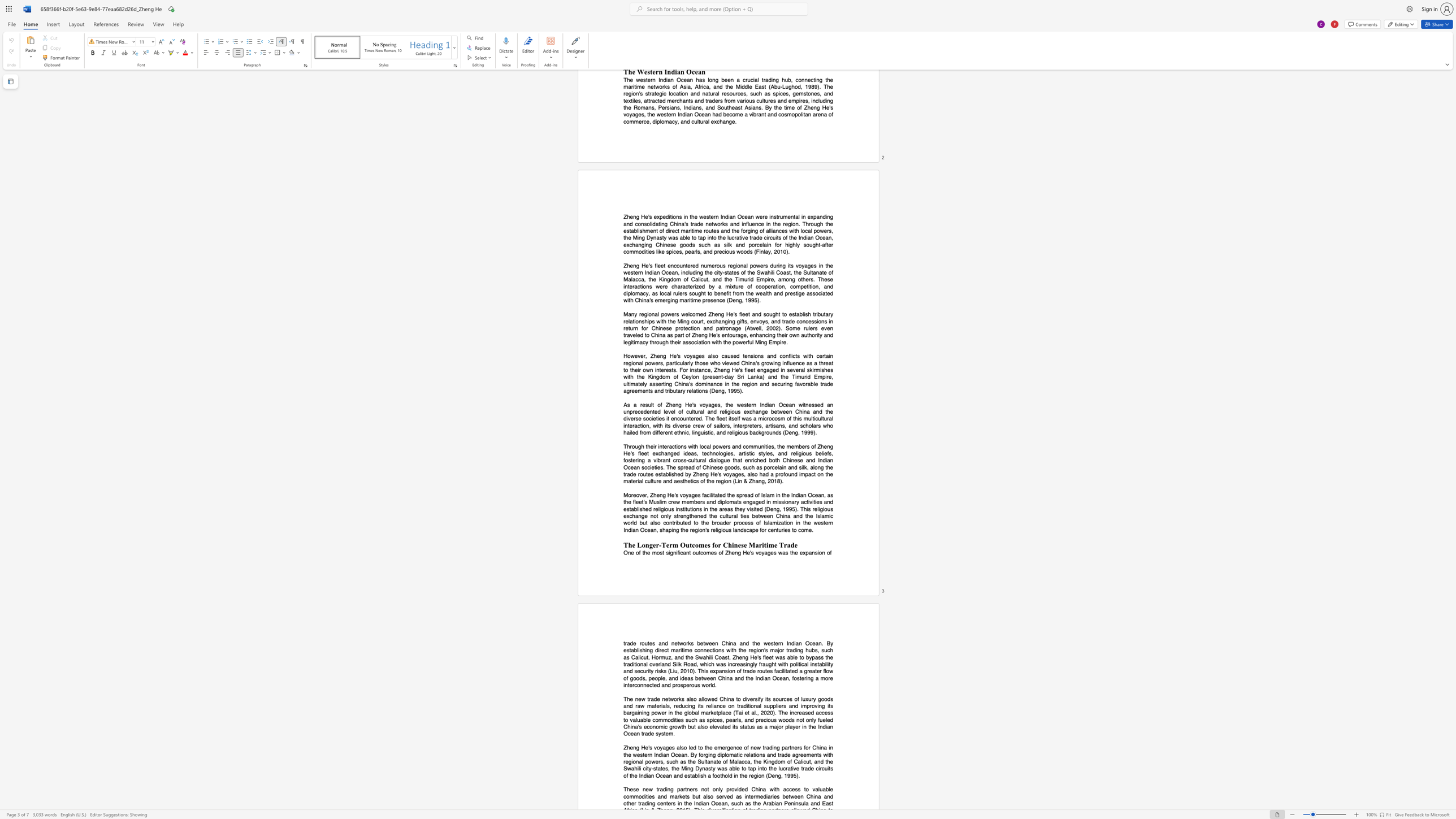 The image size is (1456, 819). I want to click on the space between the continuous character "d" and "." in the text, so click(714, 685).